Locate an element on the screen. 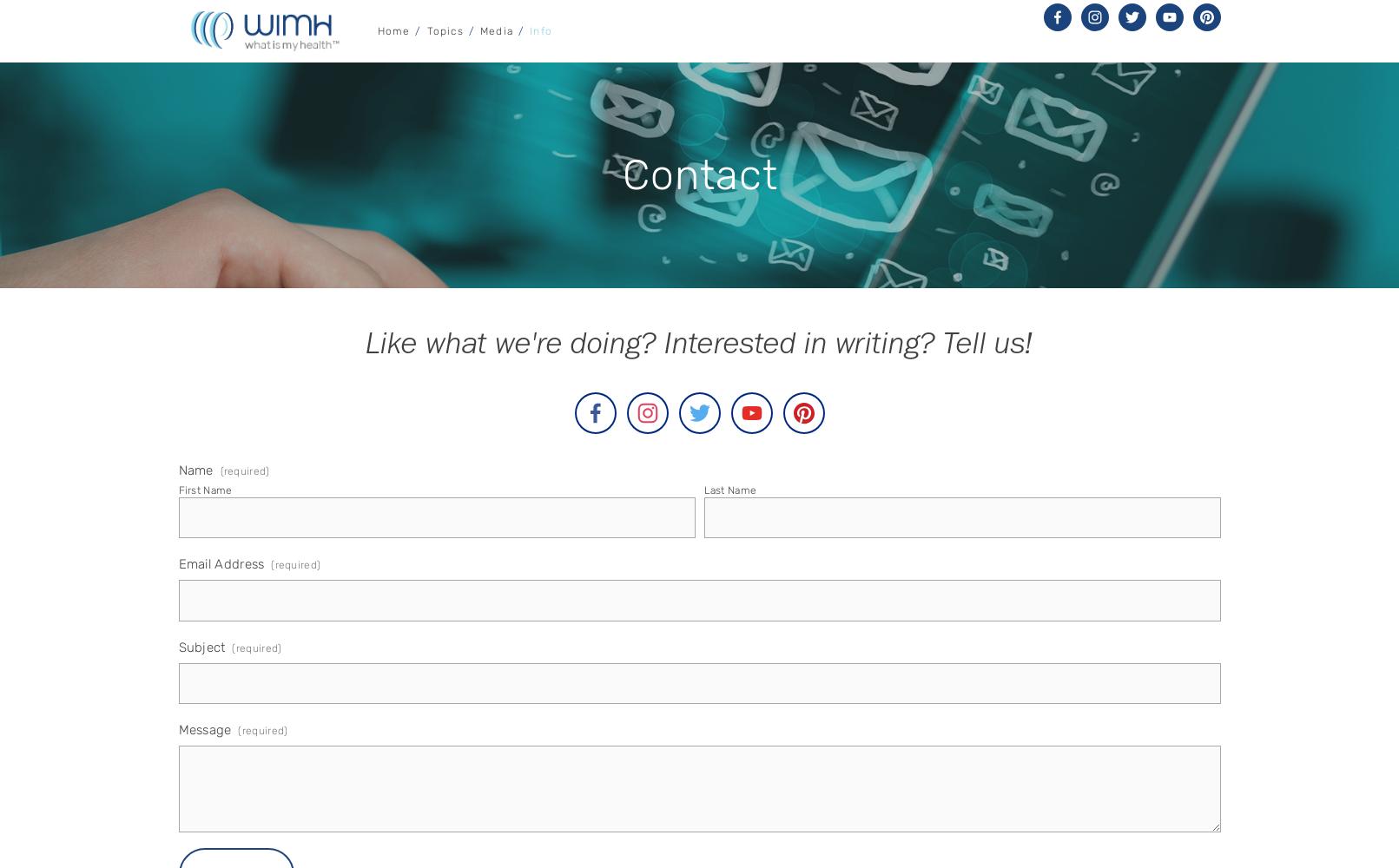 The width and height of the screenshot is (1399, 868). 'Home' is located at coordinates (393, 30).